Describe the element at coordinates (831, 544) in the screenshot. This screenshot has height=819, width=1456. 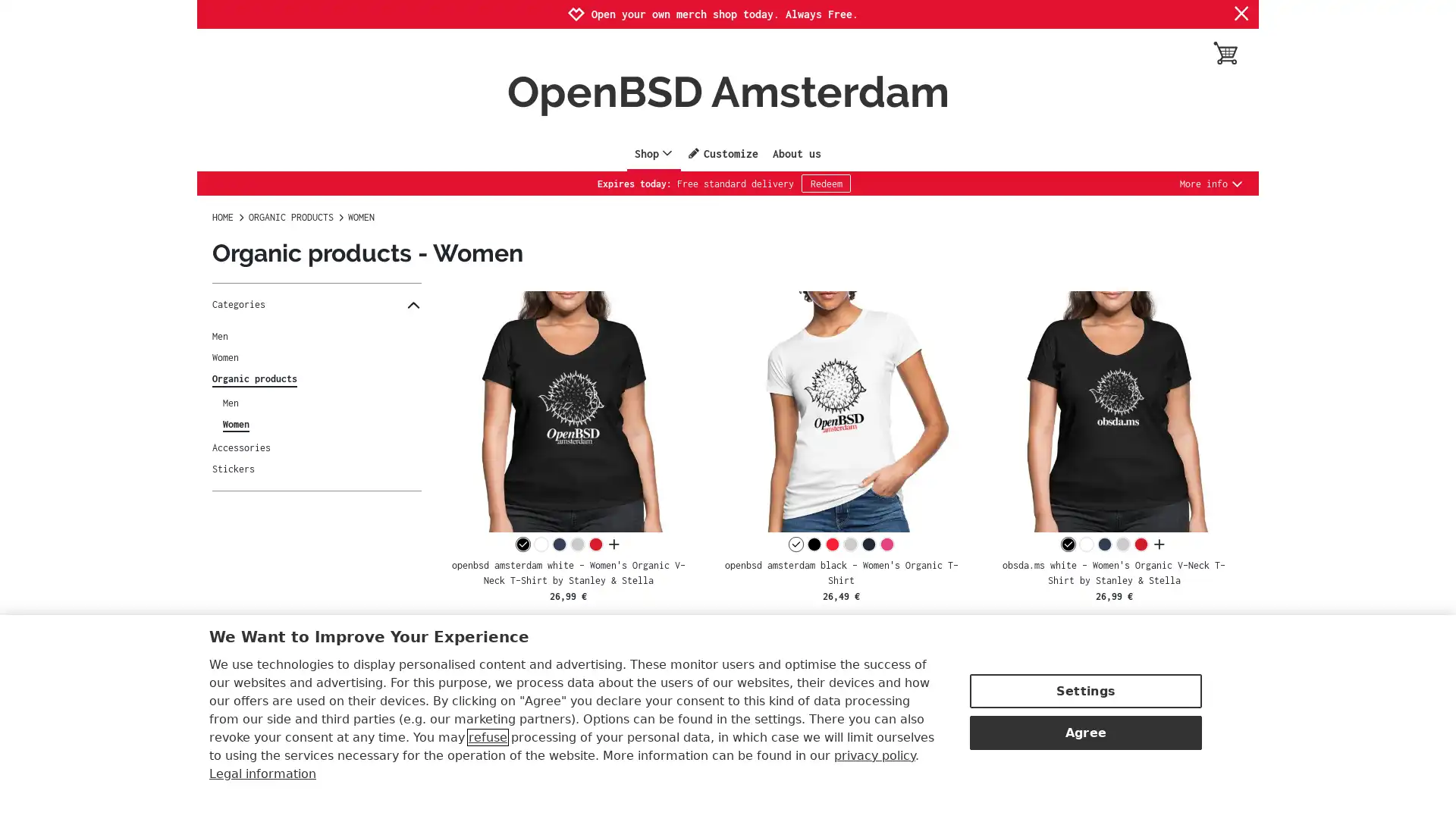
I see `red` at that location.